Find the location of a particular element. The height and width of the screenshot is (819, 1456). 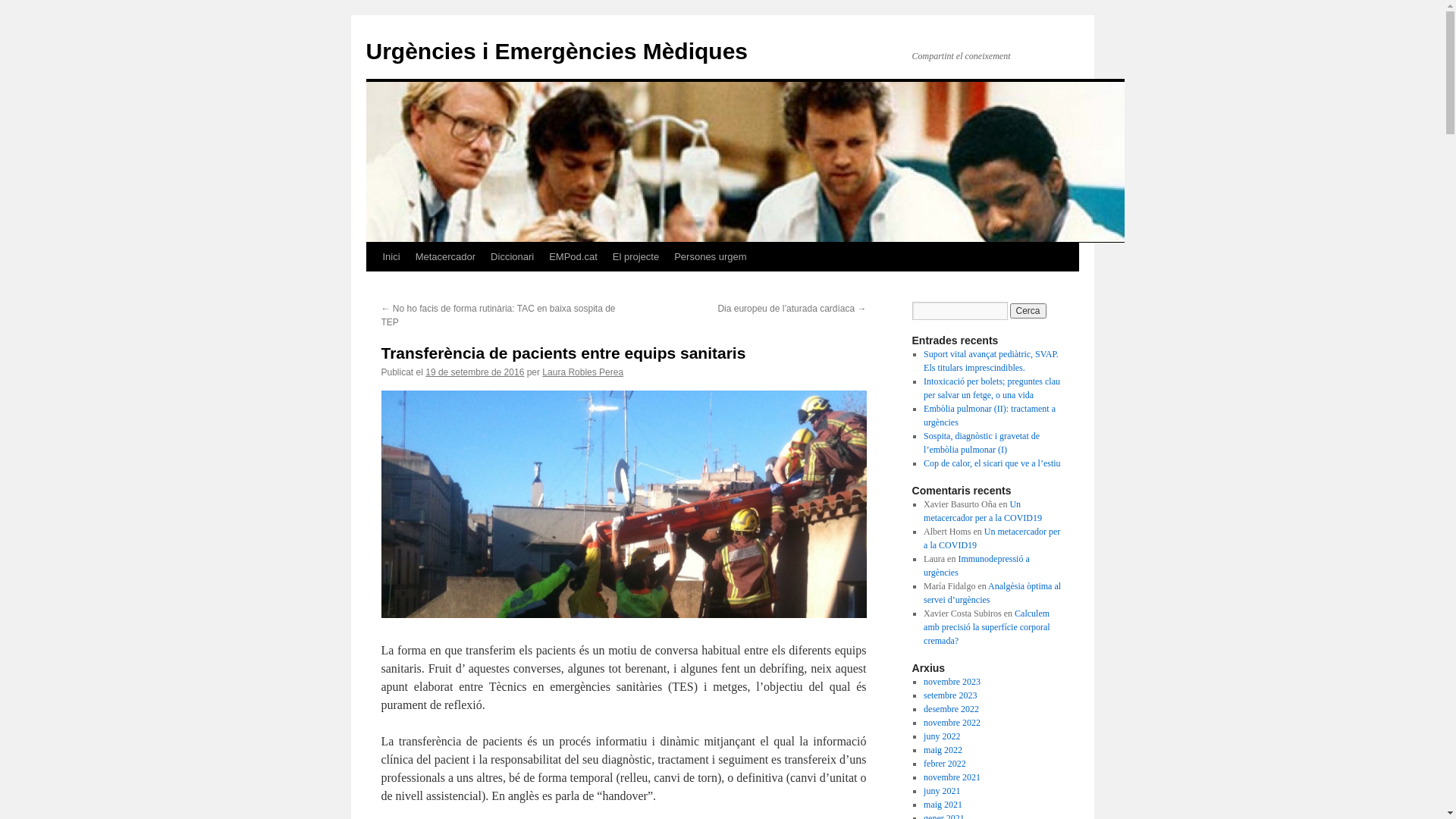

'maig 2021' is located at coordinates (942, 803).